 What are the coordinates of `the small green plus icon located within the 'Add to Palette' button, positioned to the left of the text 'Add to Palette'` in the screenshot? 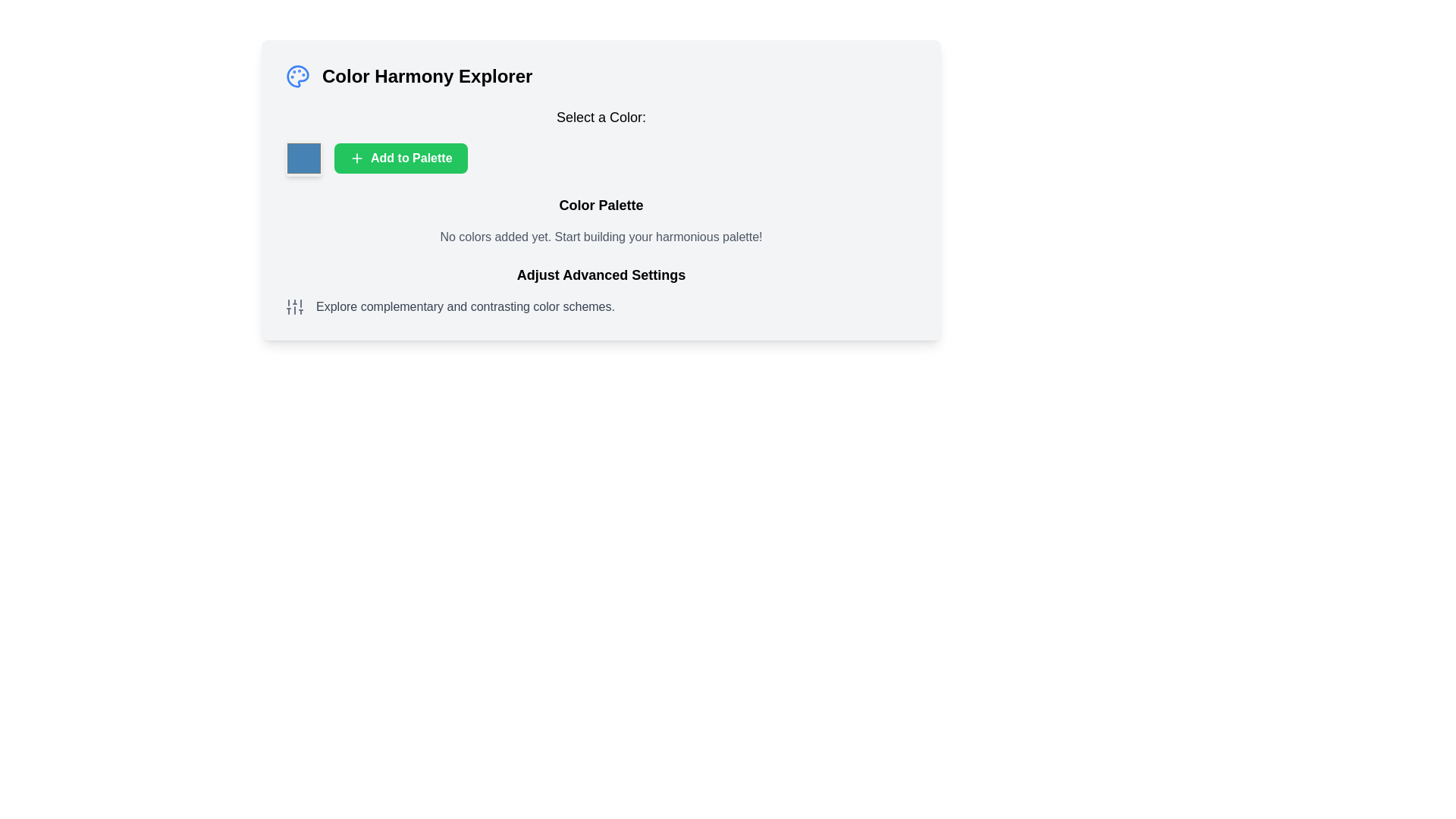 It's located at (356, 158).